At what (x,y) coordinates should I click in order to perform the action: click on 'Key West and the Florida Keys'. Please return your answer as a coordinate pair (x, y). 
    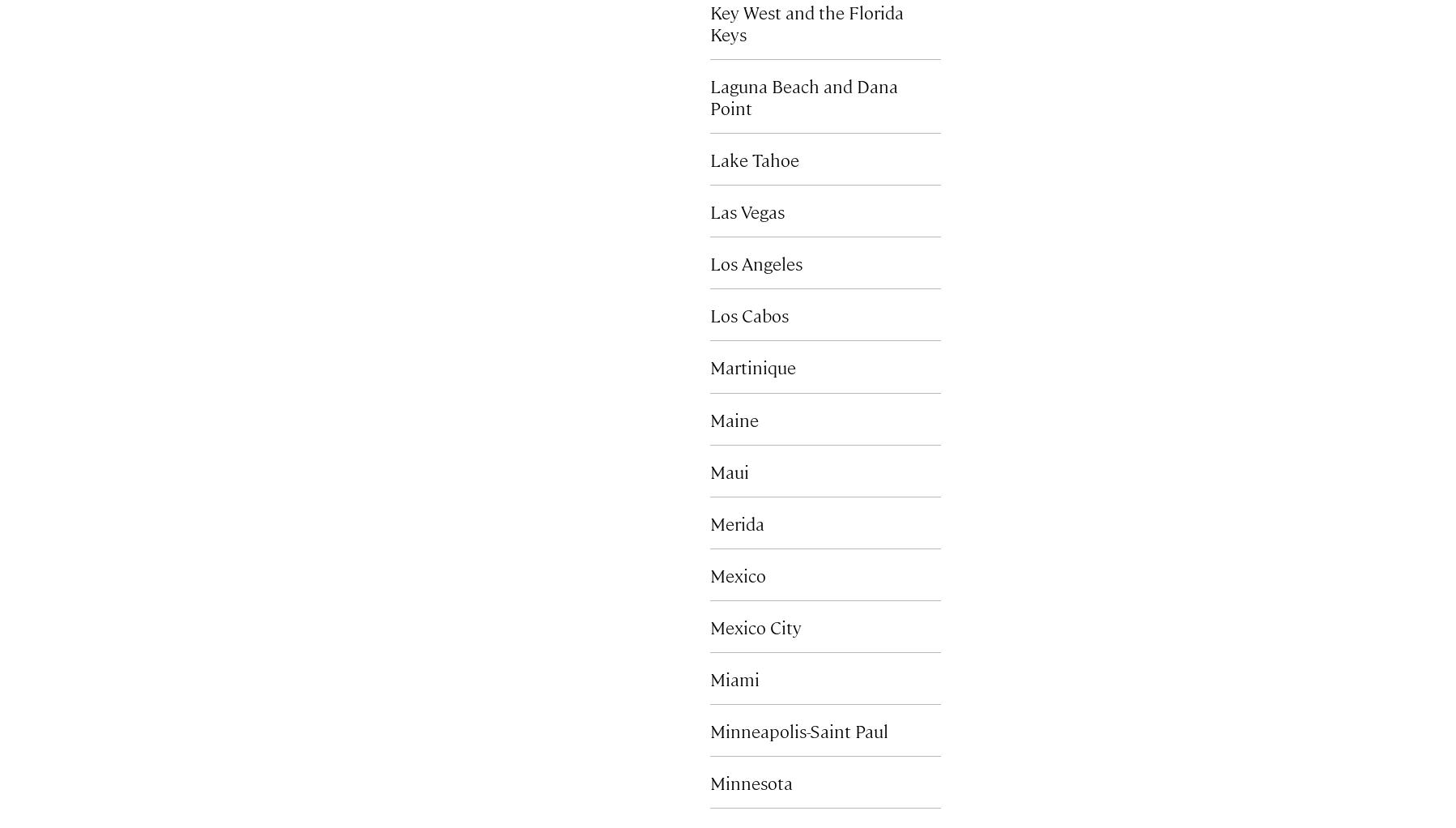
    Looking at the image, I should click on (806, 22).